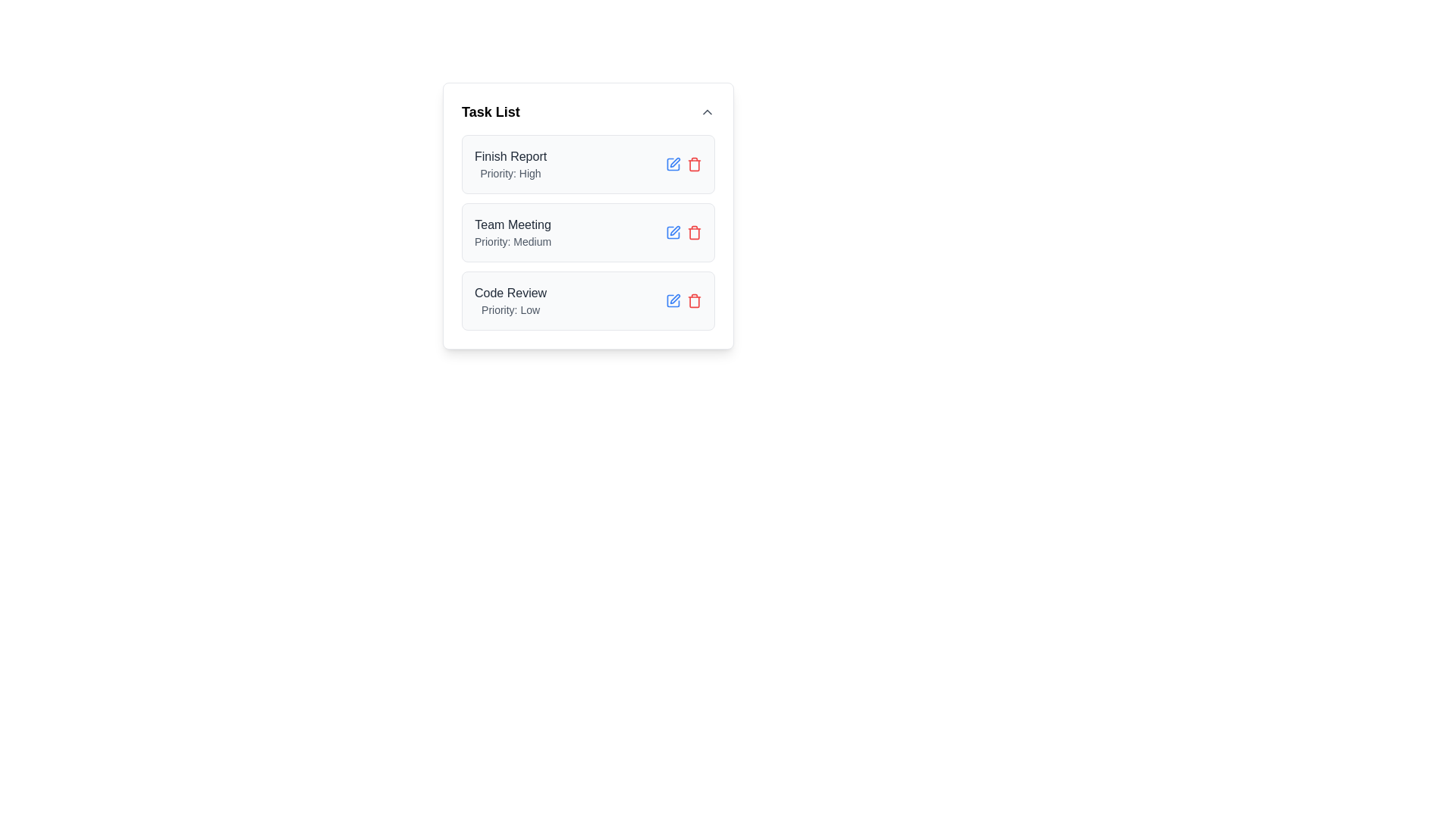 The height and width of the screenshot is (819, 1456). Describe the element at coordinates (513, 241) in the screenshot. I see `the Text Label that displays the priority level of the task located directly below 'Team Meeting' in the second task card` at that location.